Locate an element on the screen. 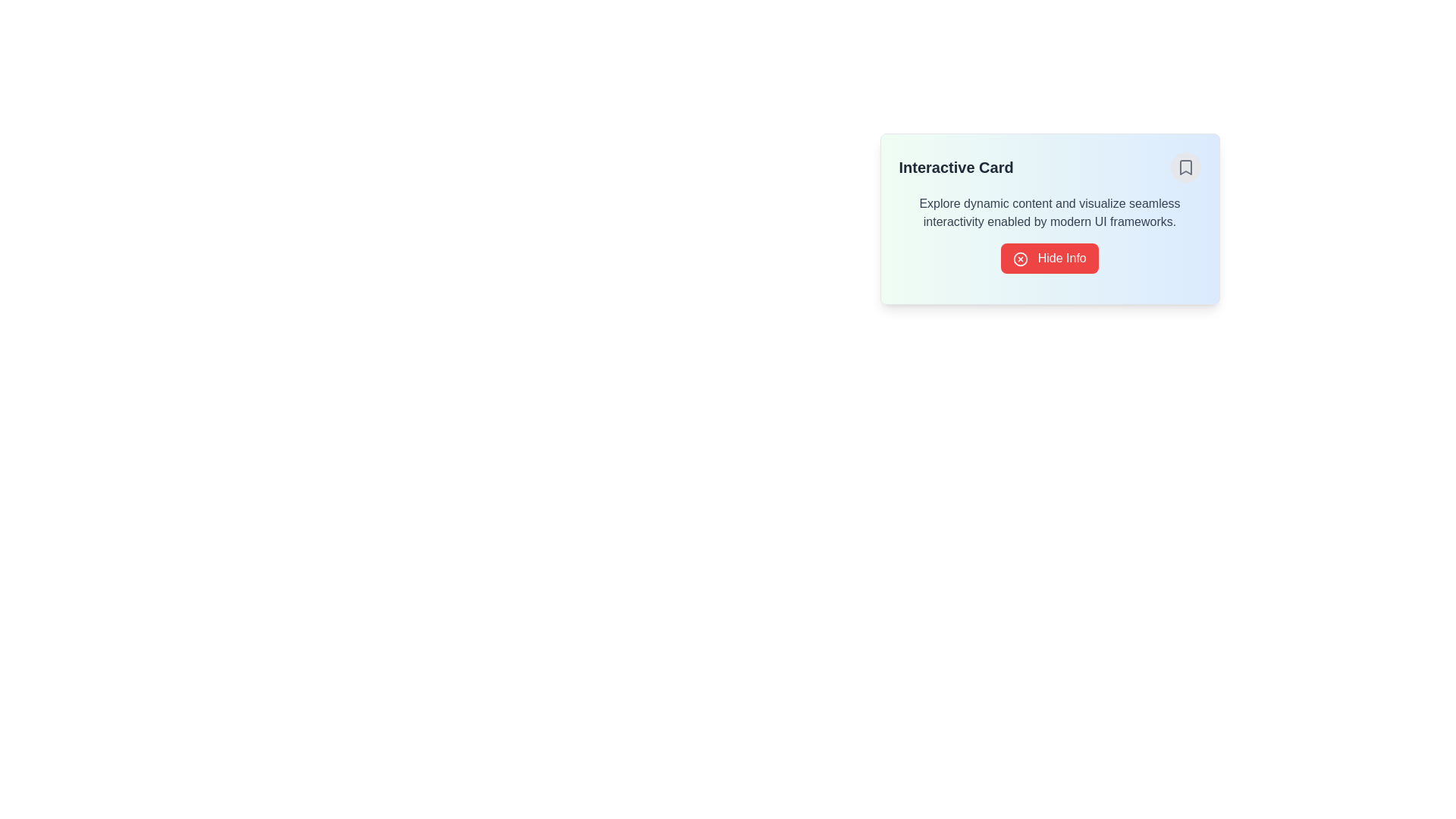 The width and height of the screenshot is (1456, 819). the button located below the descriptive text 'Explore dynamic content and visualize seamless interactivity enabled by modern UI frameworks.' to hide additional information is located at coordinates (1048, 257).